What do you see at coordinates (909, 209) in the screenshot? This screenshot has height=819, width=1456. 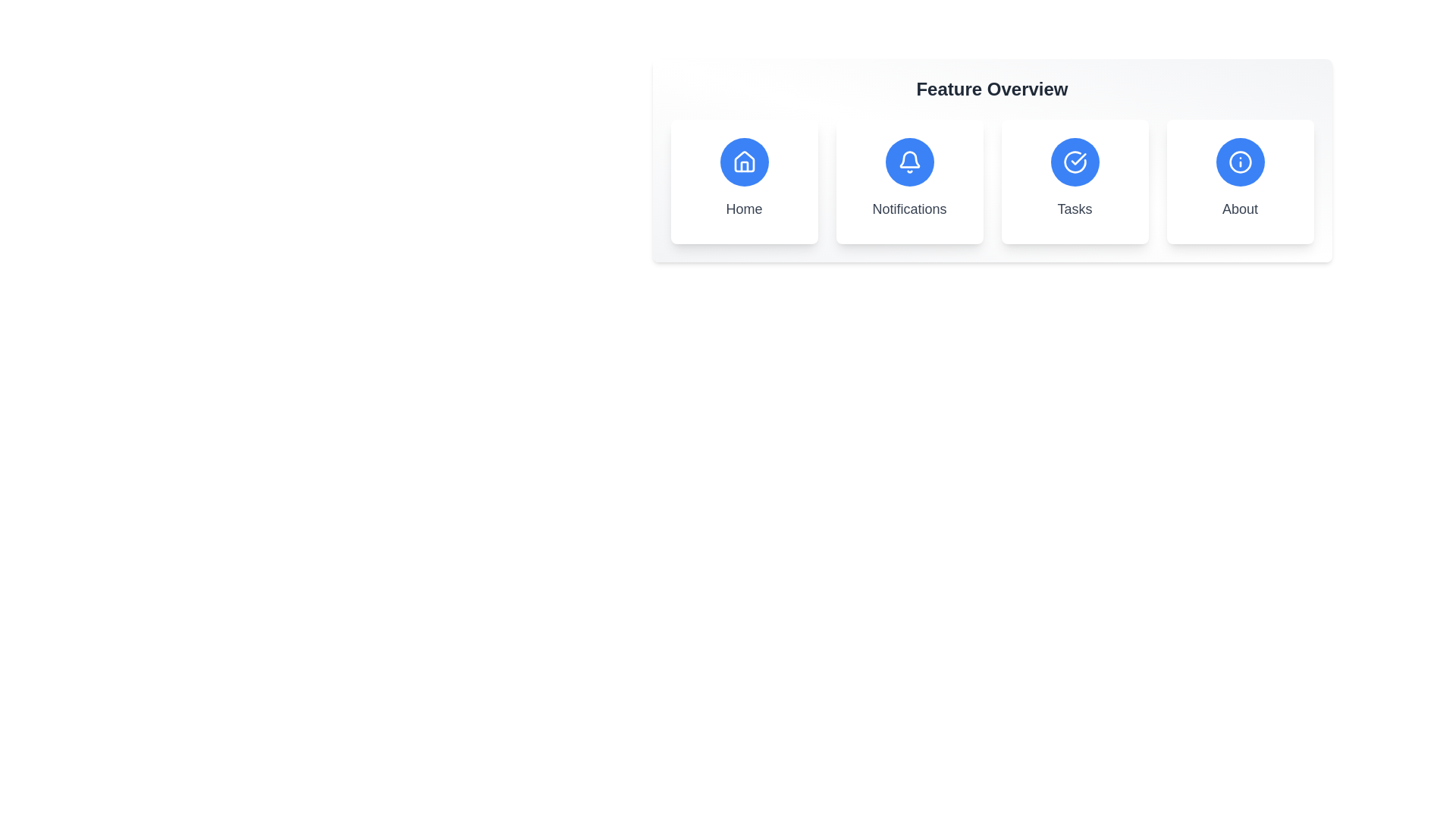 I see `text label associated with the bell icon located beneath it in the second feature card` at bounding box center [909, 209].